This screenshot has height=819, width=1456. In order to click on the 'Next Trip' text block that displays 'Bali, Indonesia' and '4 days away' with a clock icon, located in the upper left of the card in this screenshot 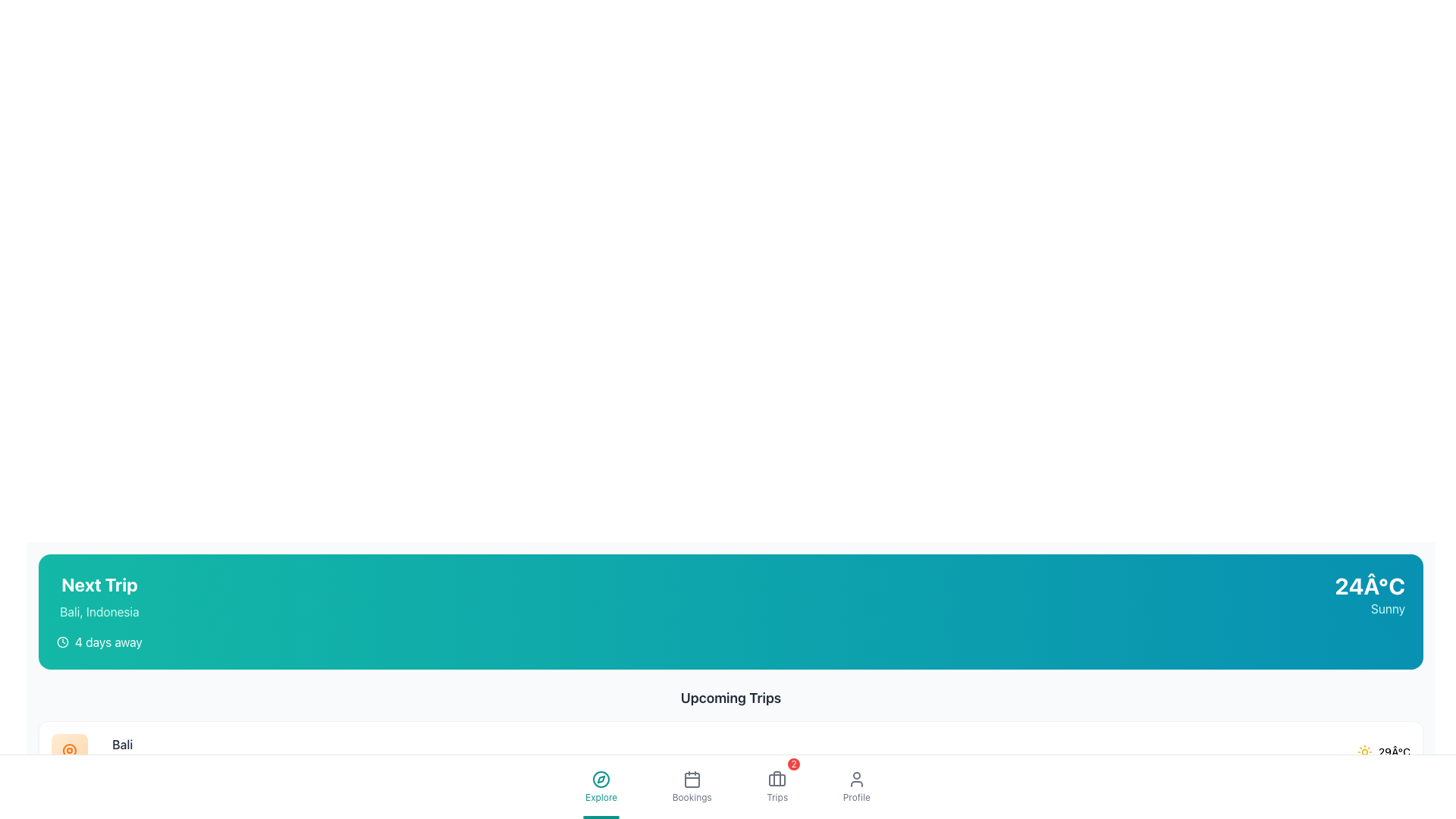, I will do `click(99, 610)`.